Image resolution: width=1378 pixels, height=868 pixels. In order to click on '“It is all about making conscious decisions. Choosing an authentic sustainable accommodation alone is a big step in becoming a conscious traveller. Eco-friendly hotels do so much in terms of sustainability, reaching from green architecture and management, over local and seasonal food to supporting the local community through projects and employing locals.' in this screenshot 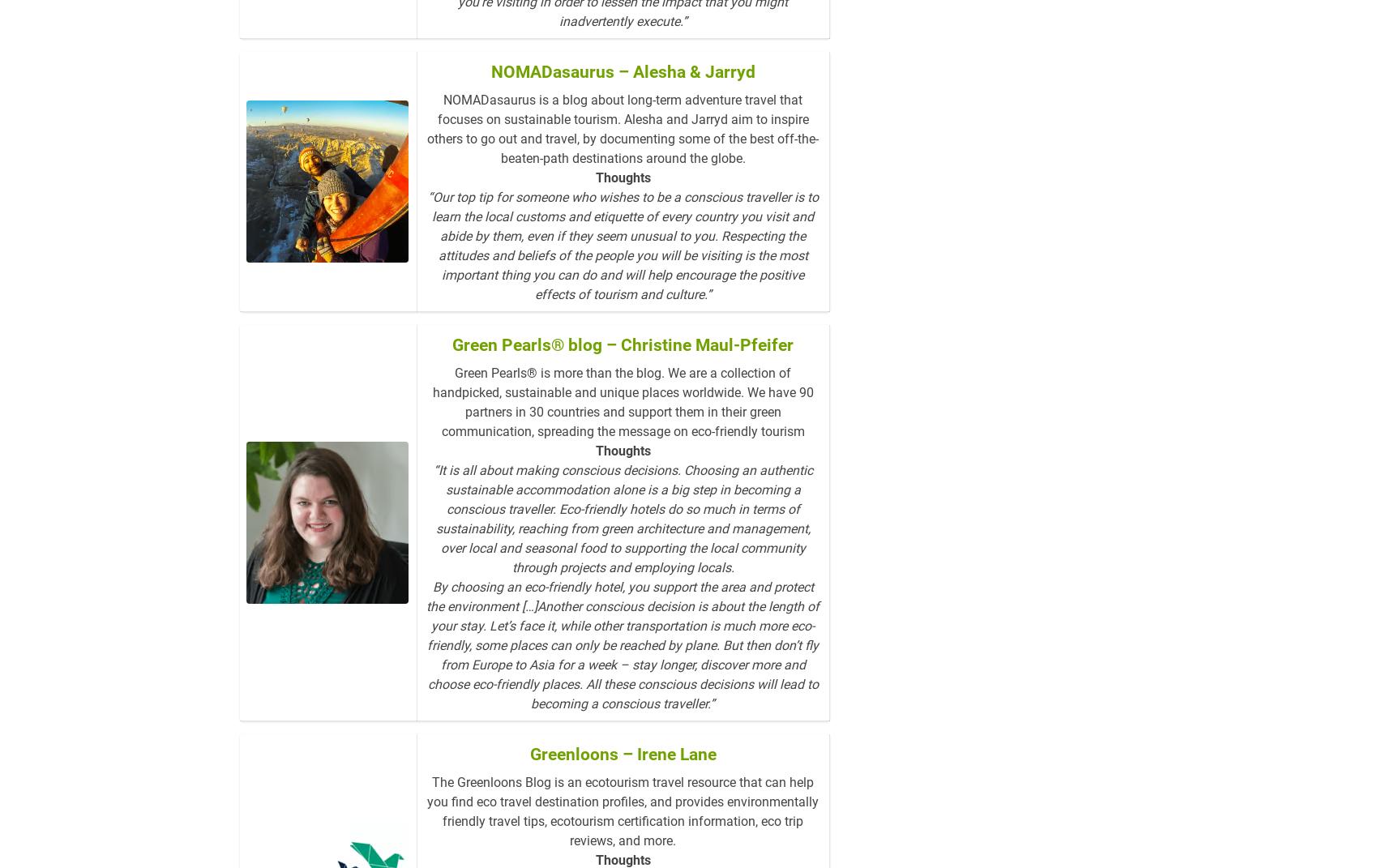, I will do `click(431, 518)`.